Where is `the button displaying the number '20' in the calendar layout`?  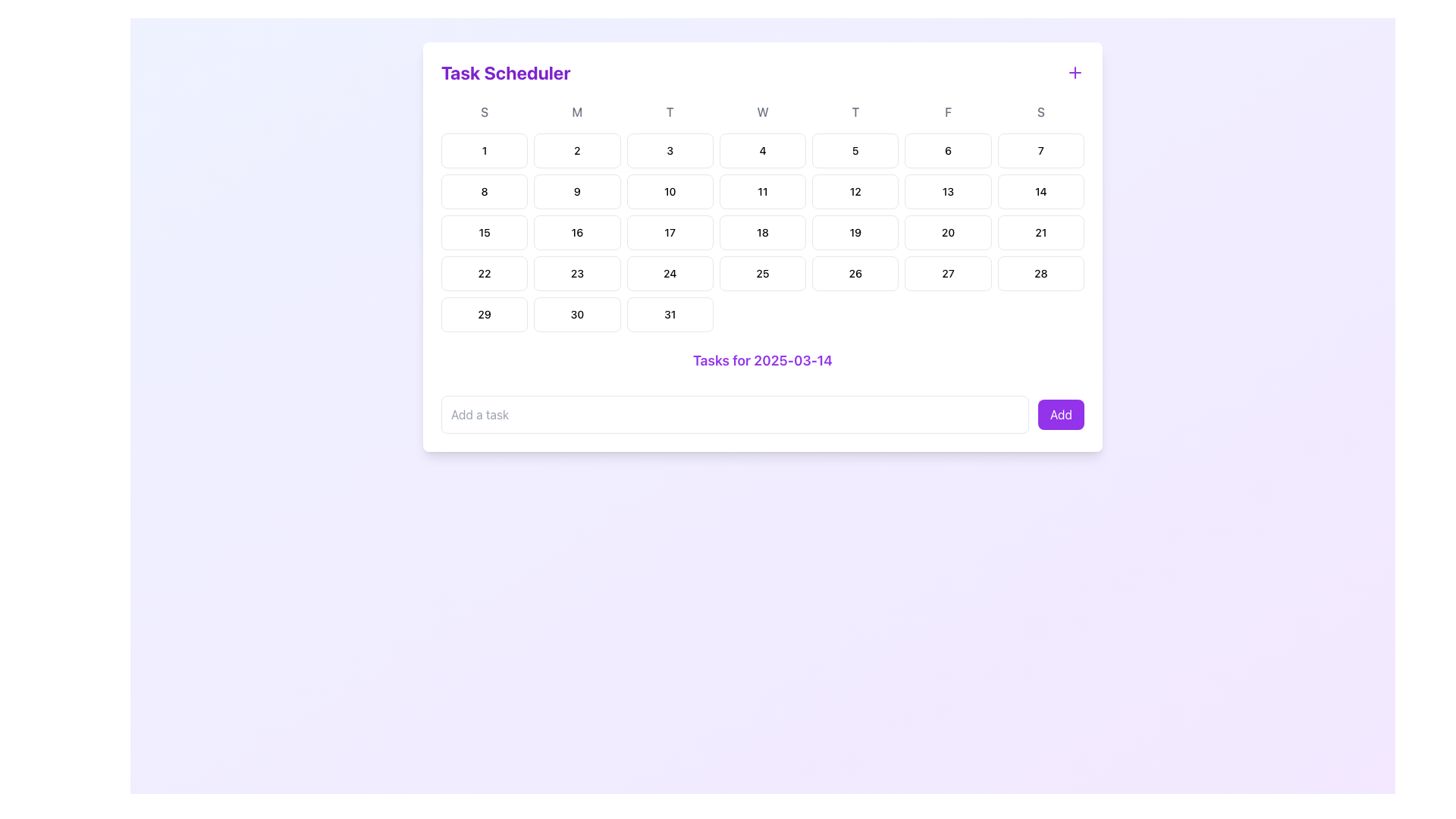
the button displaying the number '20' in the calendar layout is located at coordinates (947, 233).